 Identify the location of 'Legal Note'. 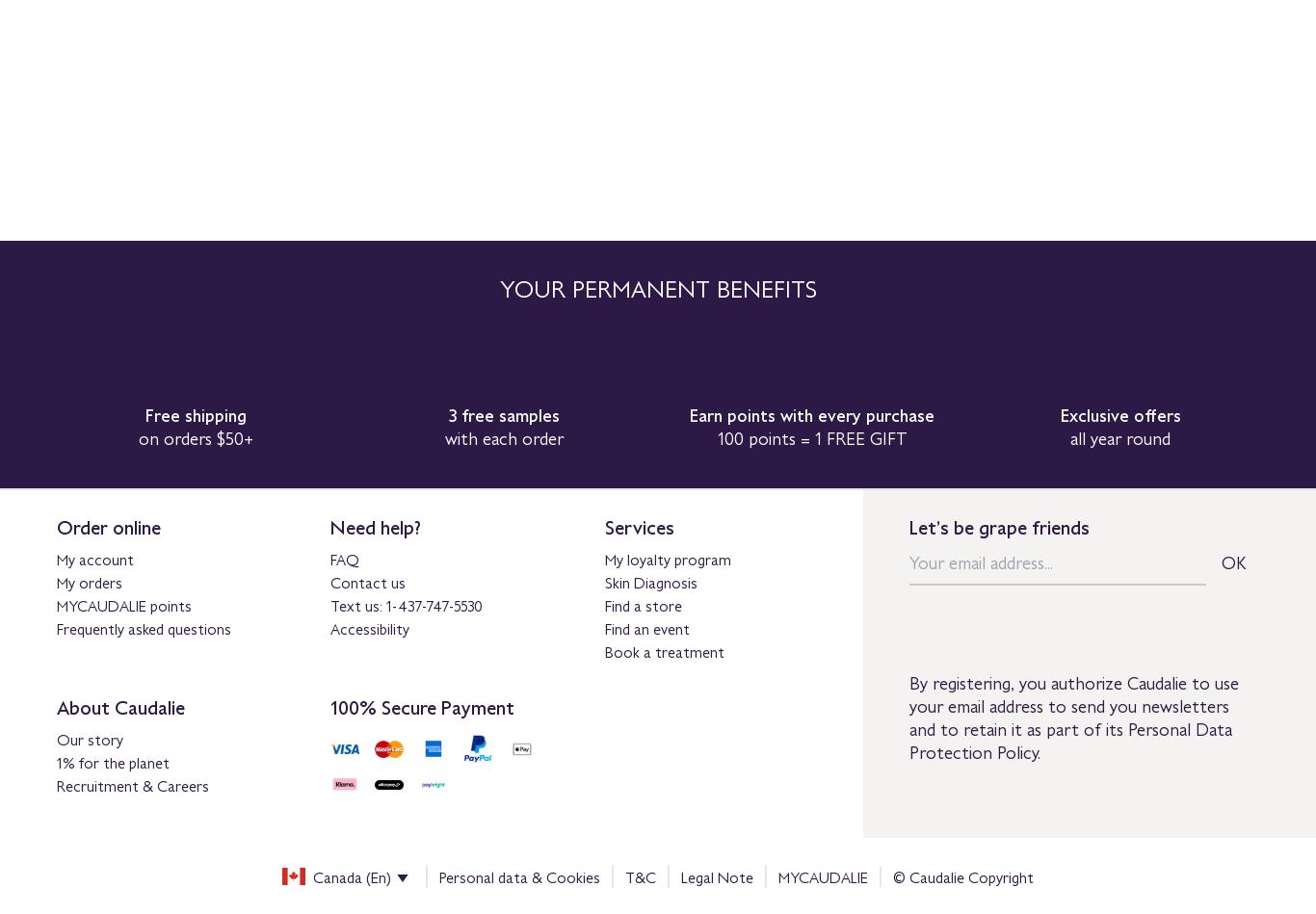
(717, 875).